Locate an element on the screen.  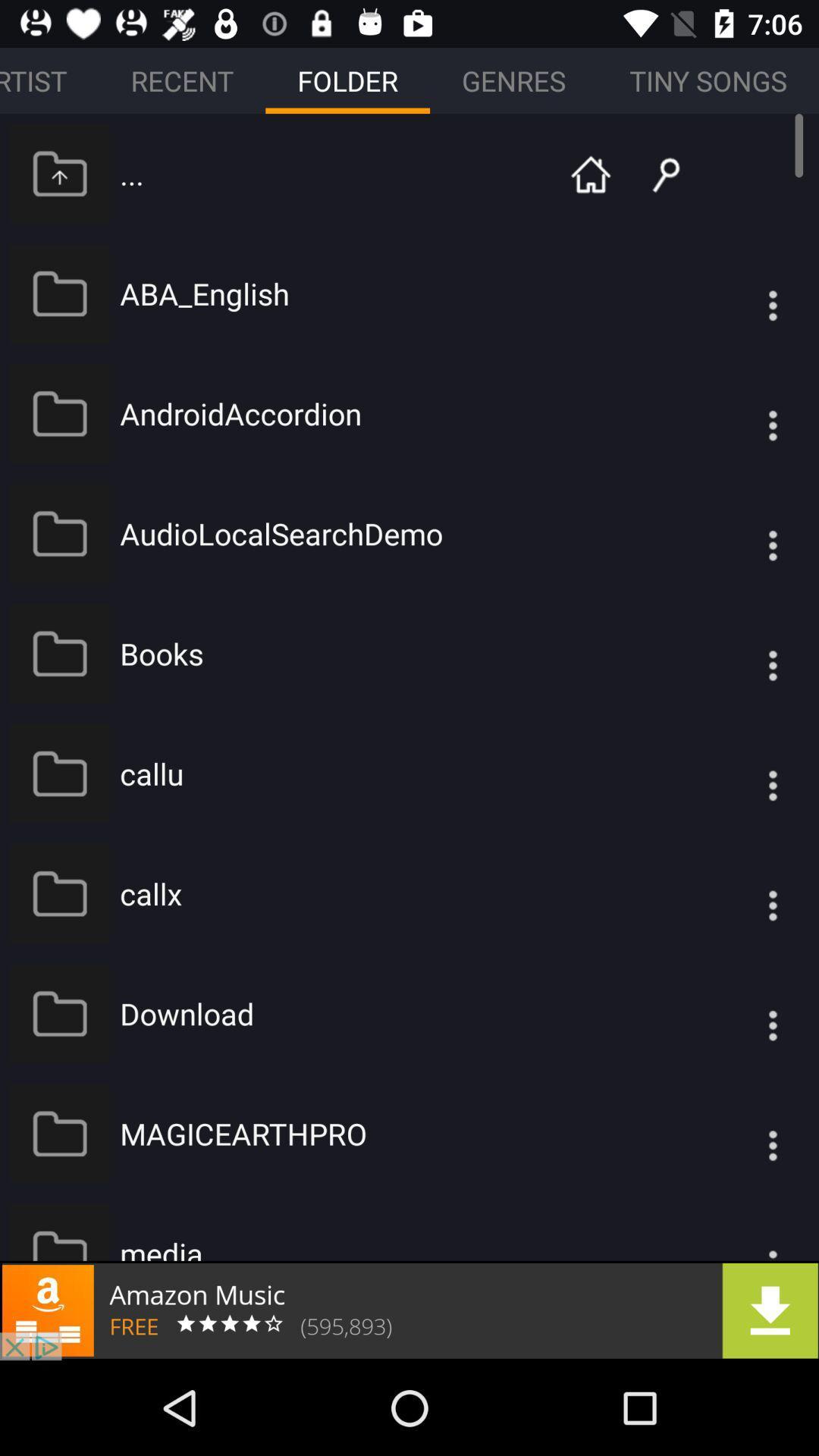
open options menu is located at coordinates (742, 773).